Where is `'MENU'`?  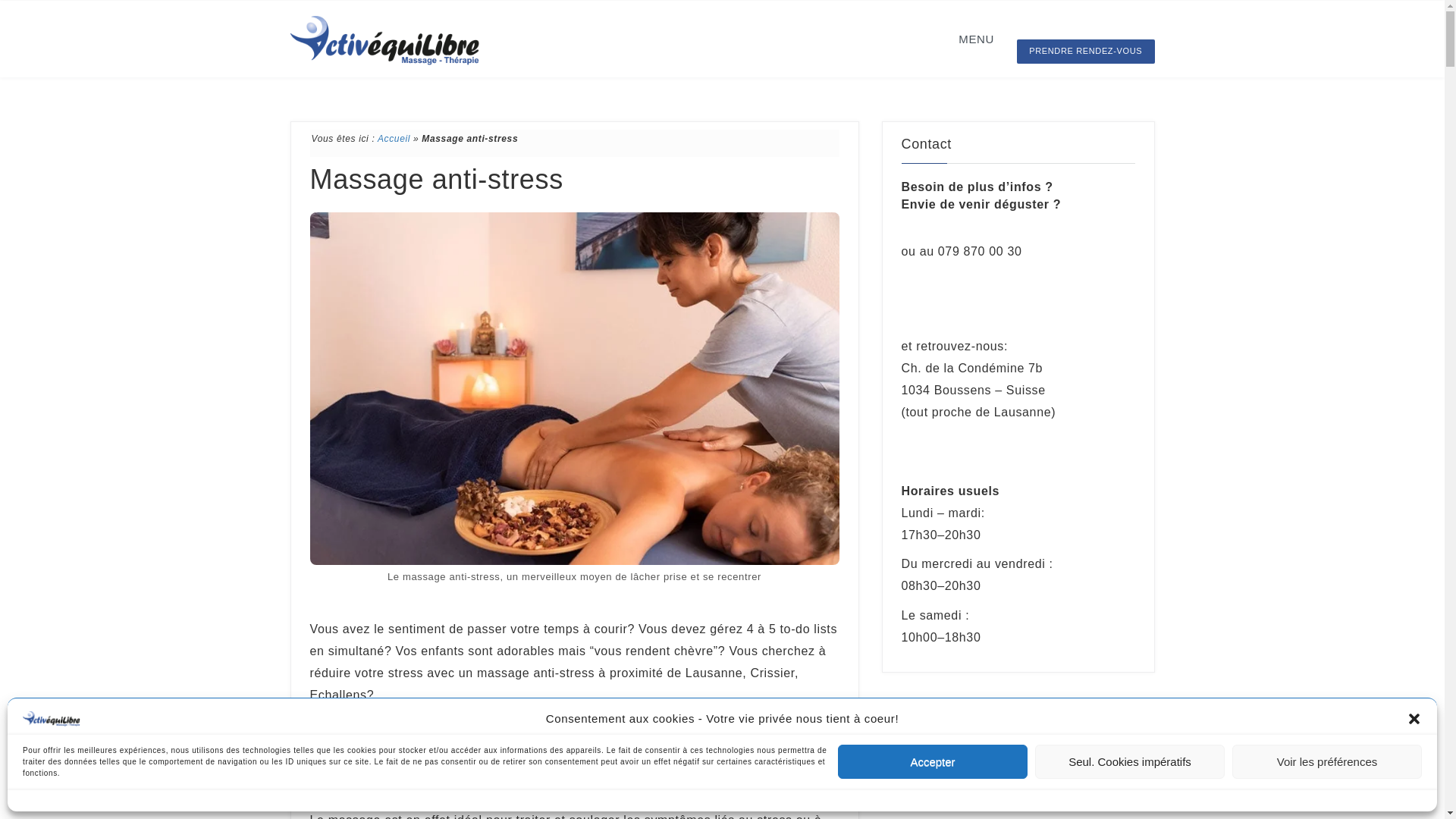
'MENU' is located at coordinates (944, 38).